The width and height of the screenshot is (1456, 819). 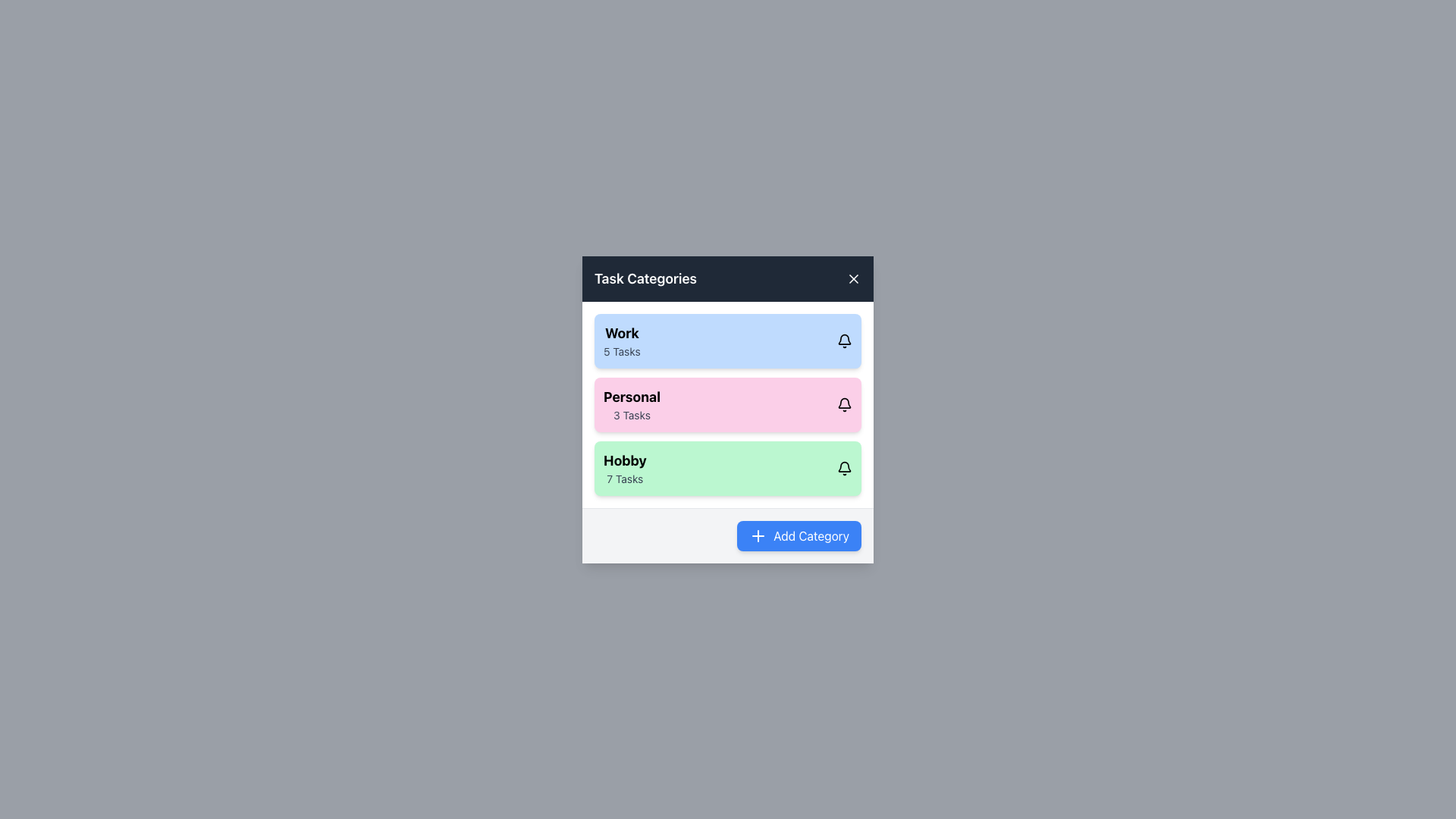 What do you see at coordinates (728, 409) in the screenshot?
I see `the 'Personal' task category card, which displays '3 Tasks' and is positioned between the 'Work' and 'Hobby' categories in the list` at bounding box center [728, 409].